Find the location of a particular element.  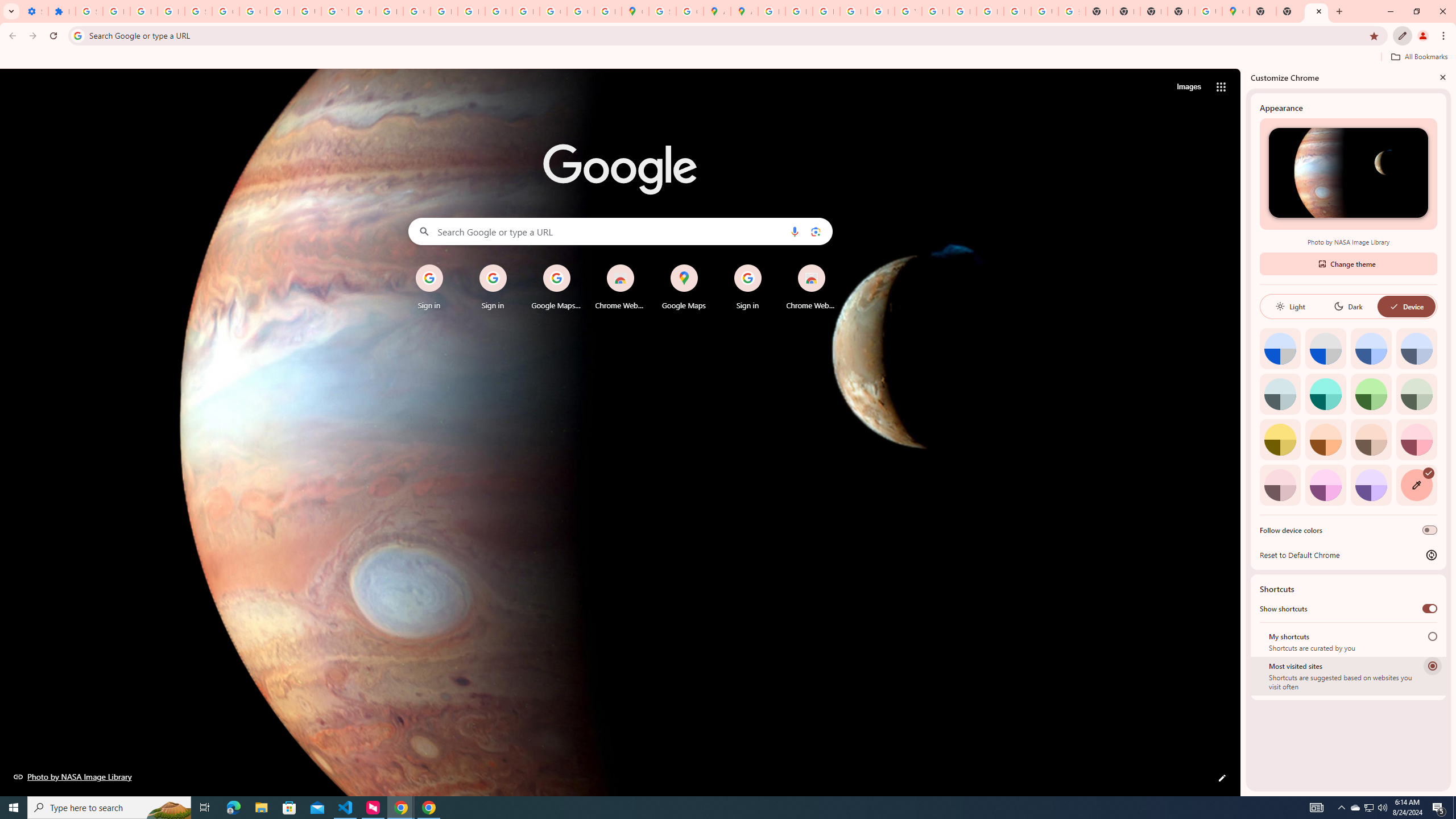

'Side Panel Resize Handle' is located at coordinates (1243, 431).